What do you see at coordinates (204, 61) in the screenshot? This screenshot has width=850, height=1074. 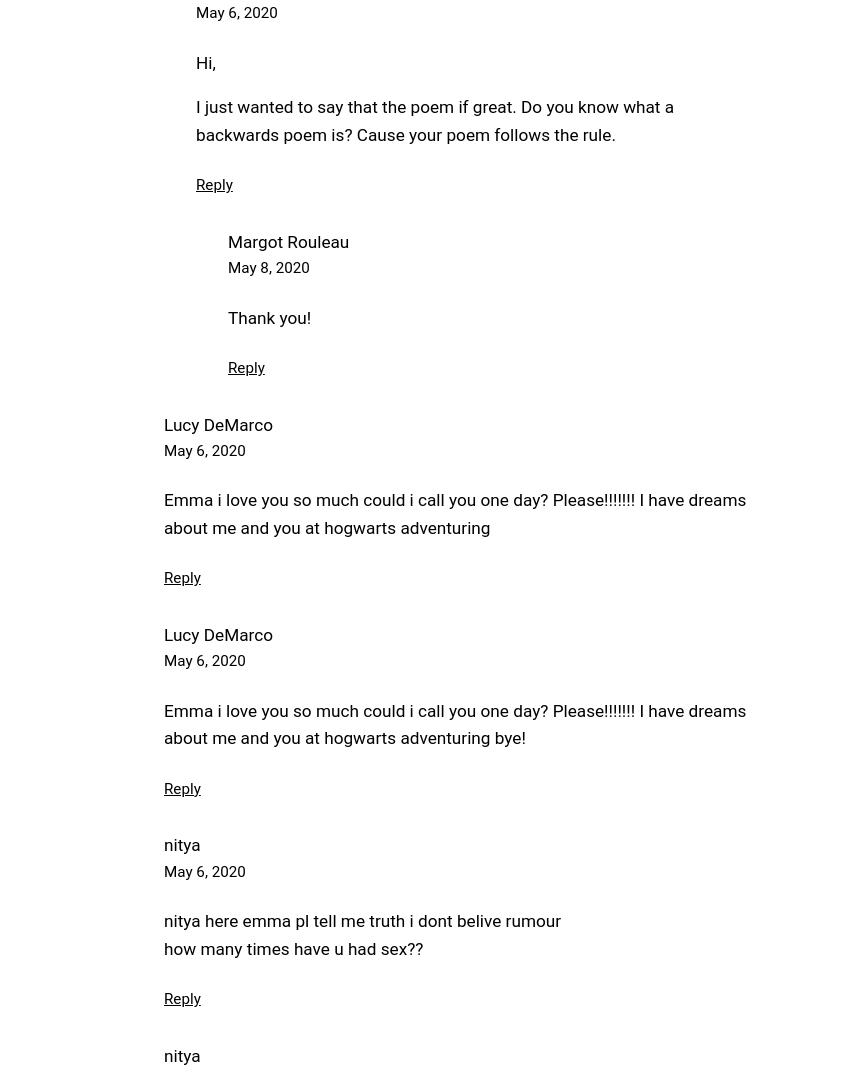 I see `'Hi,'` at bounding box center [204, 61].